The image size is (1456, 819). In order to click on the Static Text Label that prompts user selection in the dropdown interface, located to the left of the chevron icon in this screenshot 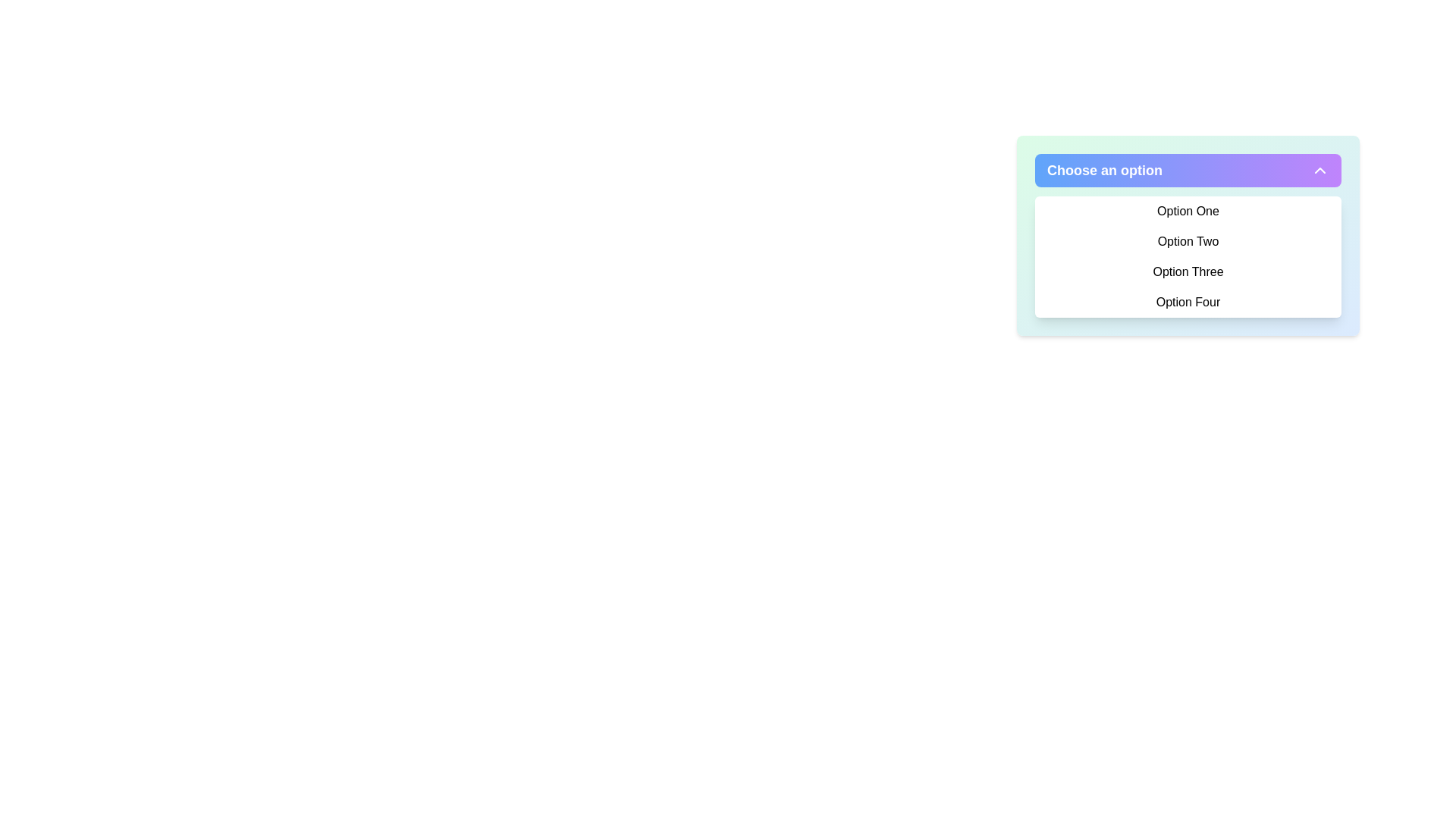, I will do `click(1105, 170)`.